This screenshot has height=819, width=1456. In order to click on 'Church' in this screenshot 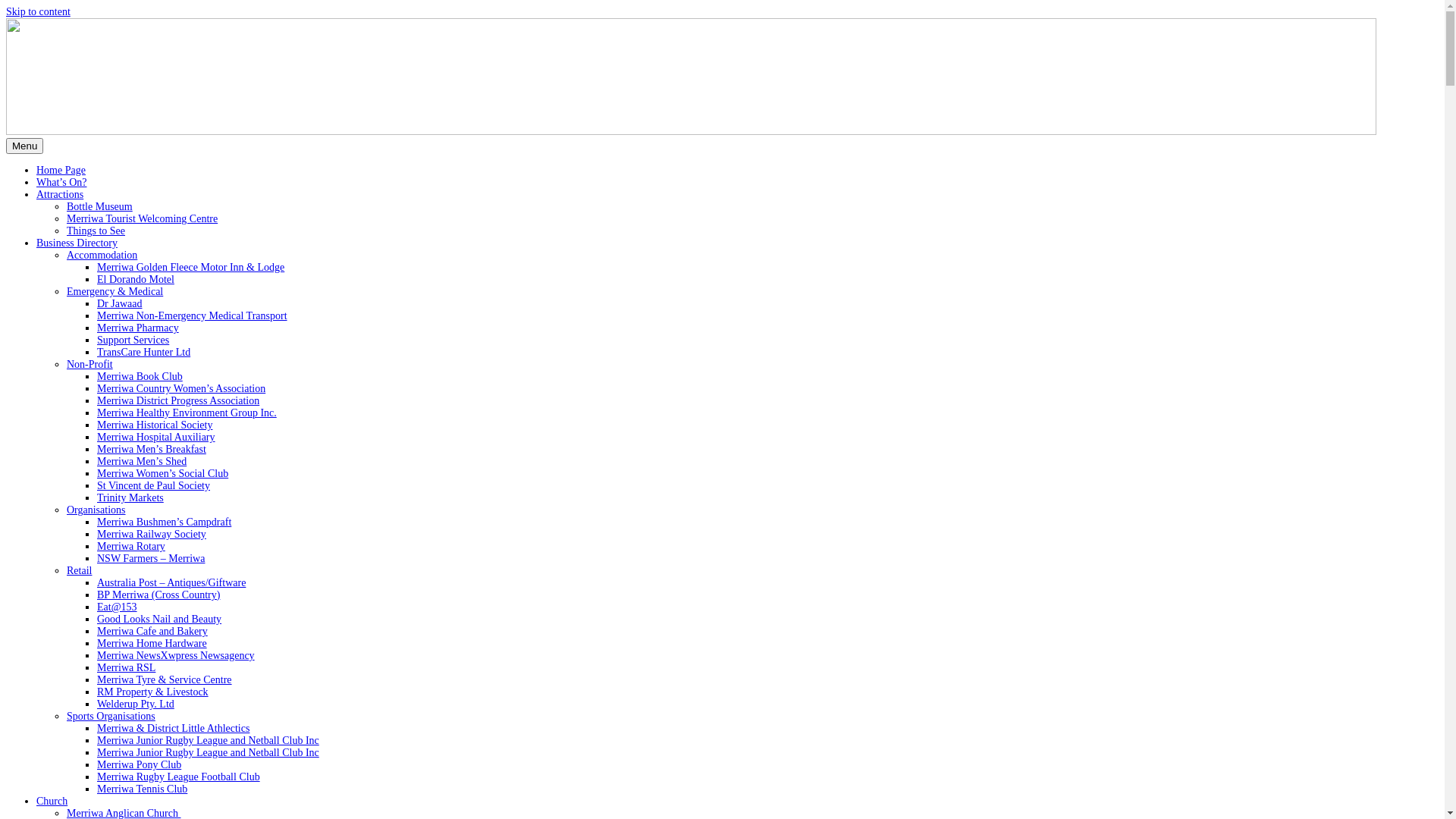, I will do `click(52, 800)`.